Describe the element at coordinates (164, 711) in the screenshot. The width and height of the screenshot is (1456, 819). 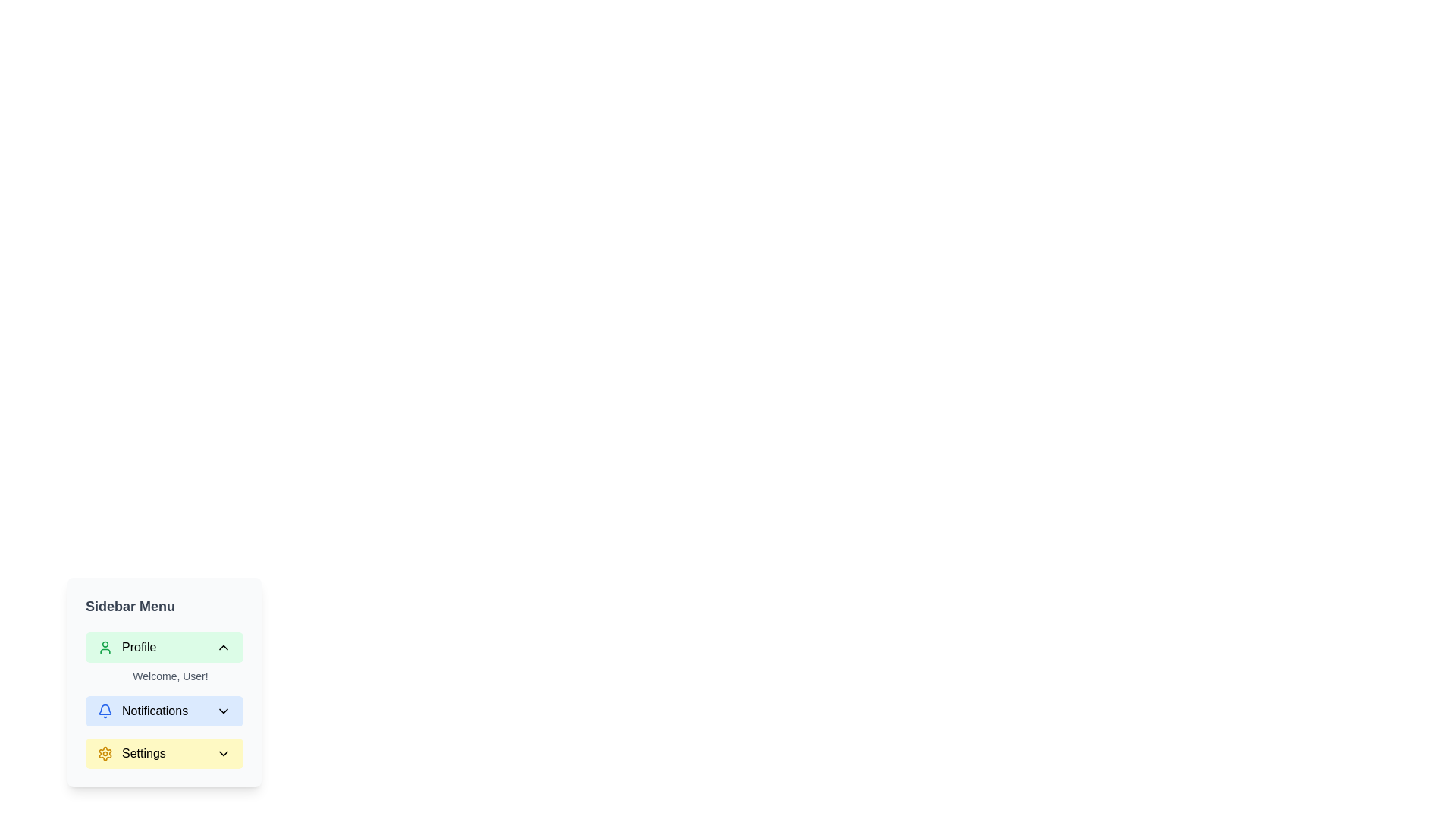
I see `the 'Notifications' navigation button located` at that location.